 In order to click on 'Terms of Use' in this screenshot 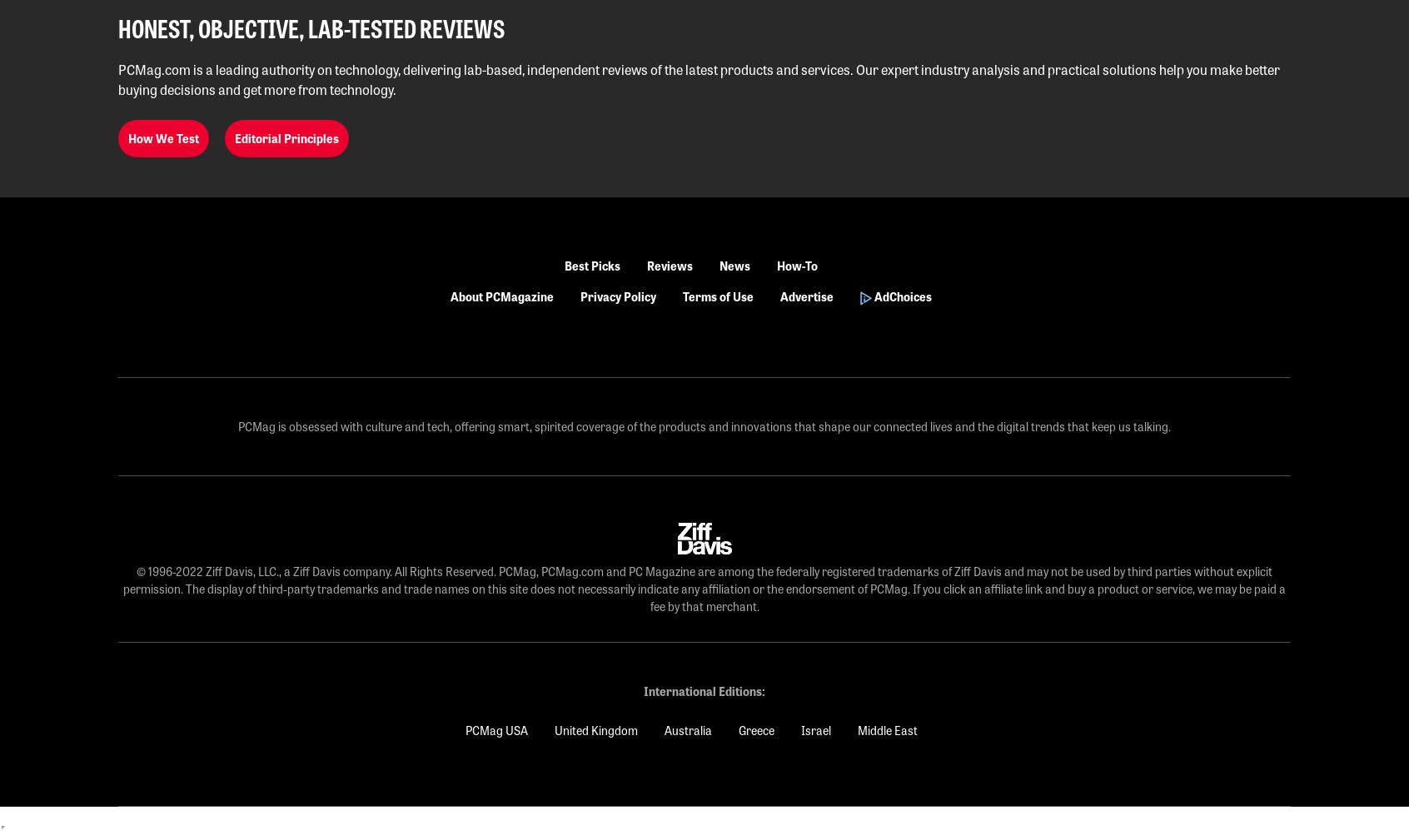, I will do `click(717, 295)`.